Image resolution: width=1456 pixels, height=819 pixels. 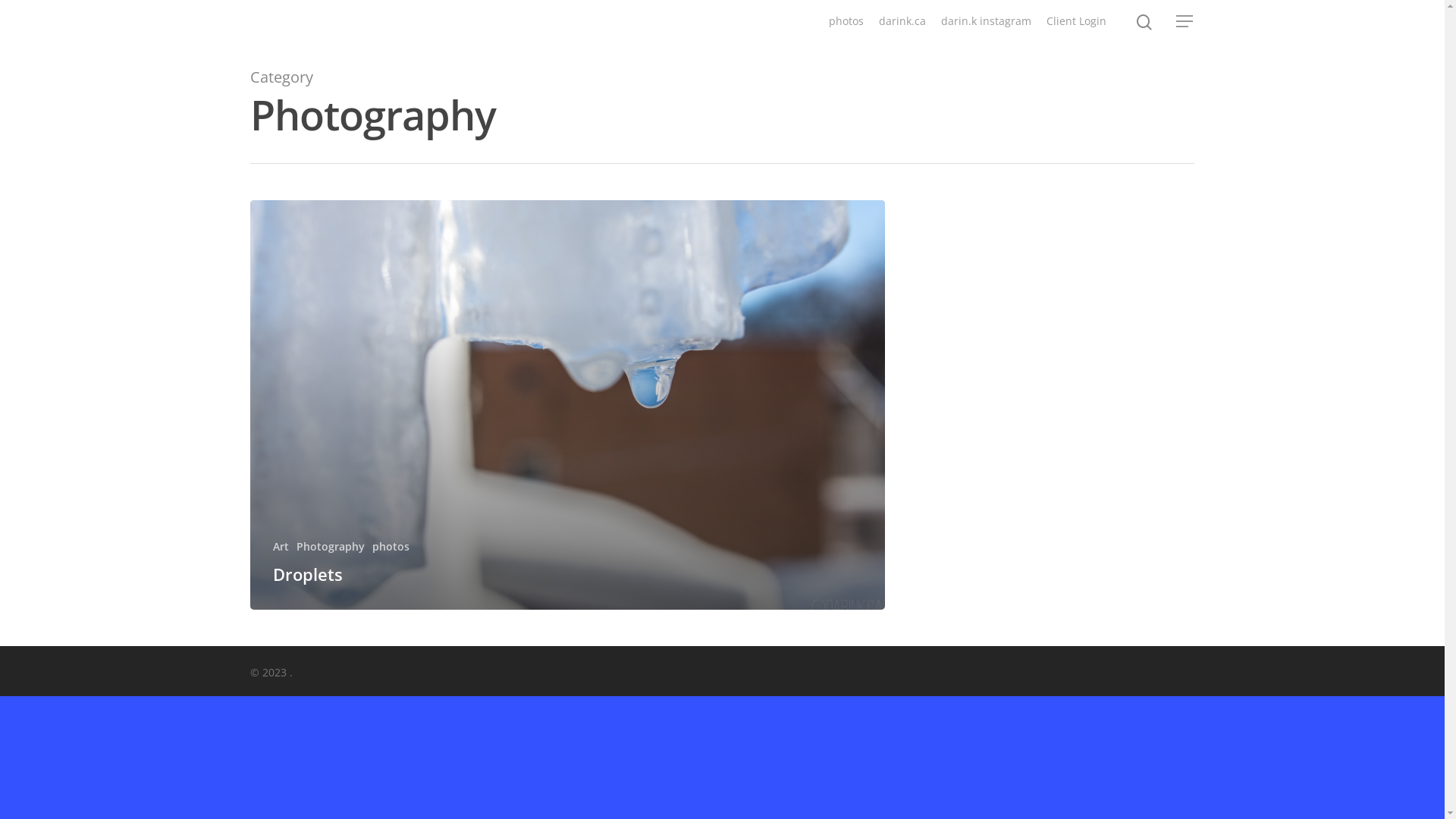 What do you see at coordinates (330, 546) in the screenshot?
I see `'Photography'` at bounding box center [330, 546].